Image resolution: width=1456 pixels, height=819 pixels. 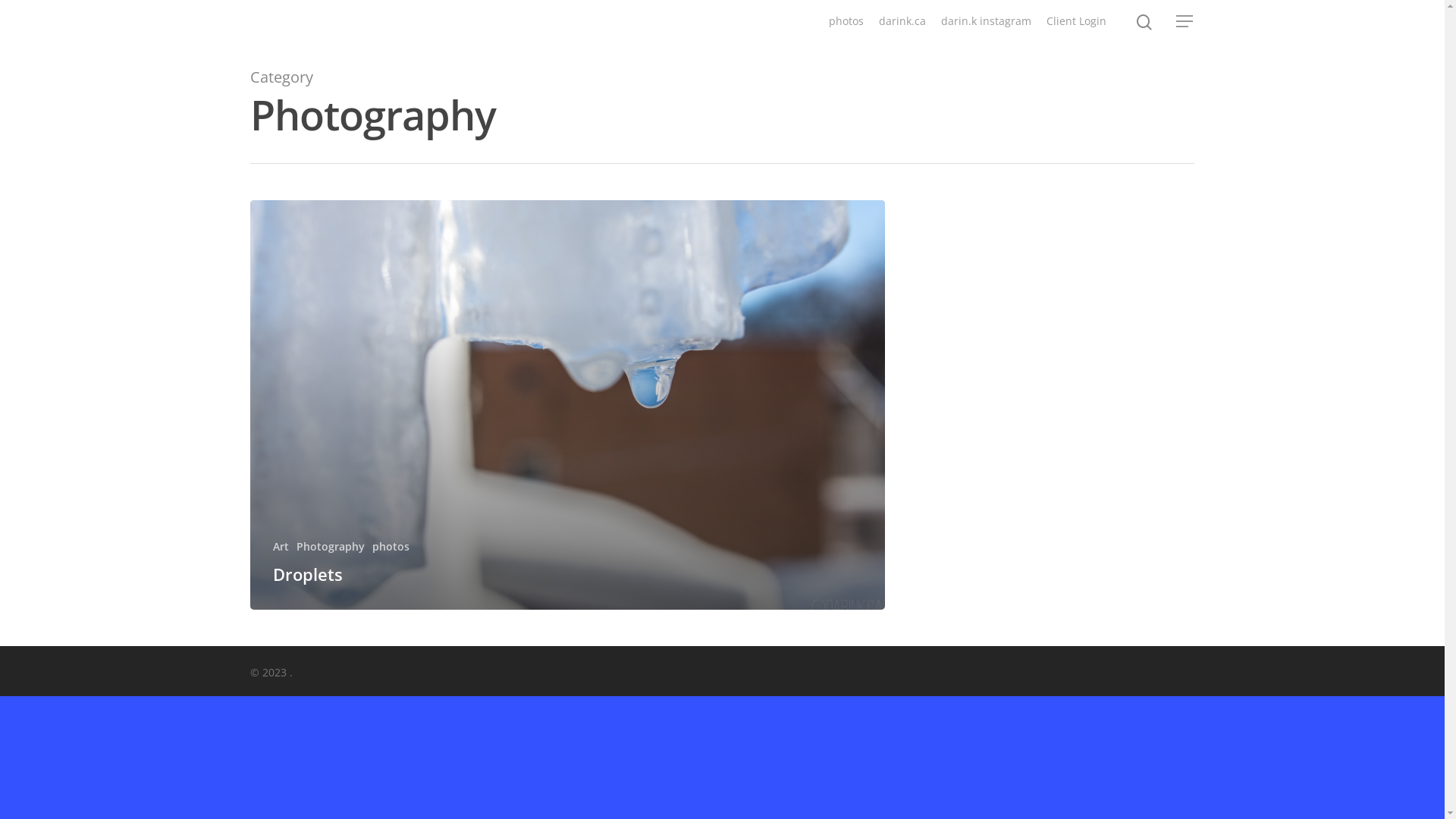 What do you see at coordinates (330, 546) in the screenshot?
I see `'Photography'` at bounding box center [330, 546].